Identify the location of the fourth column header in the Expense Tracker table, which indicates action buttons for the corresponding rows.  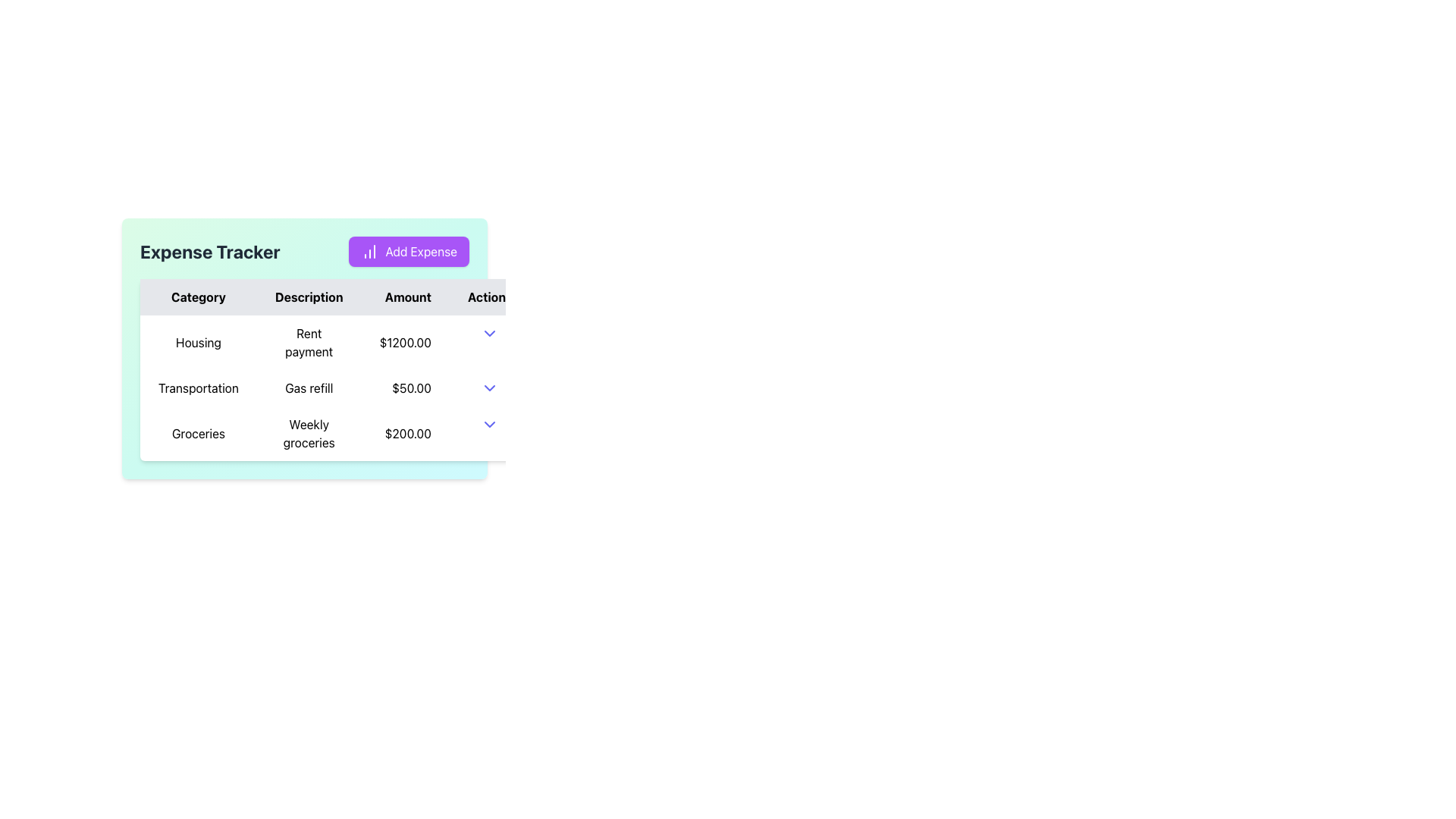
(490, 297).